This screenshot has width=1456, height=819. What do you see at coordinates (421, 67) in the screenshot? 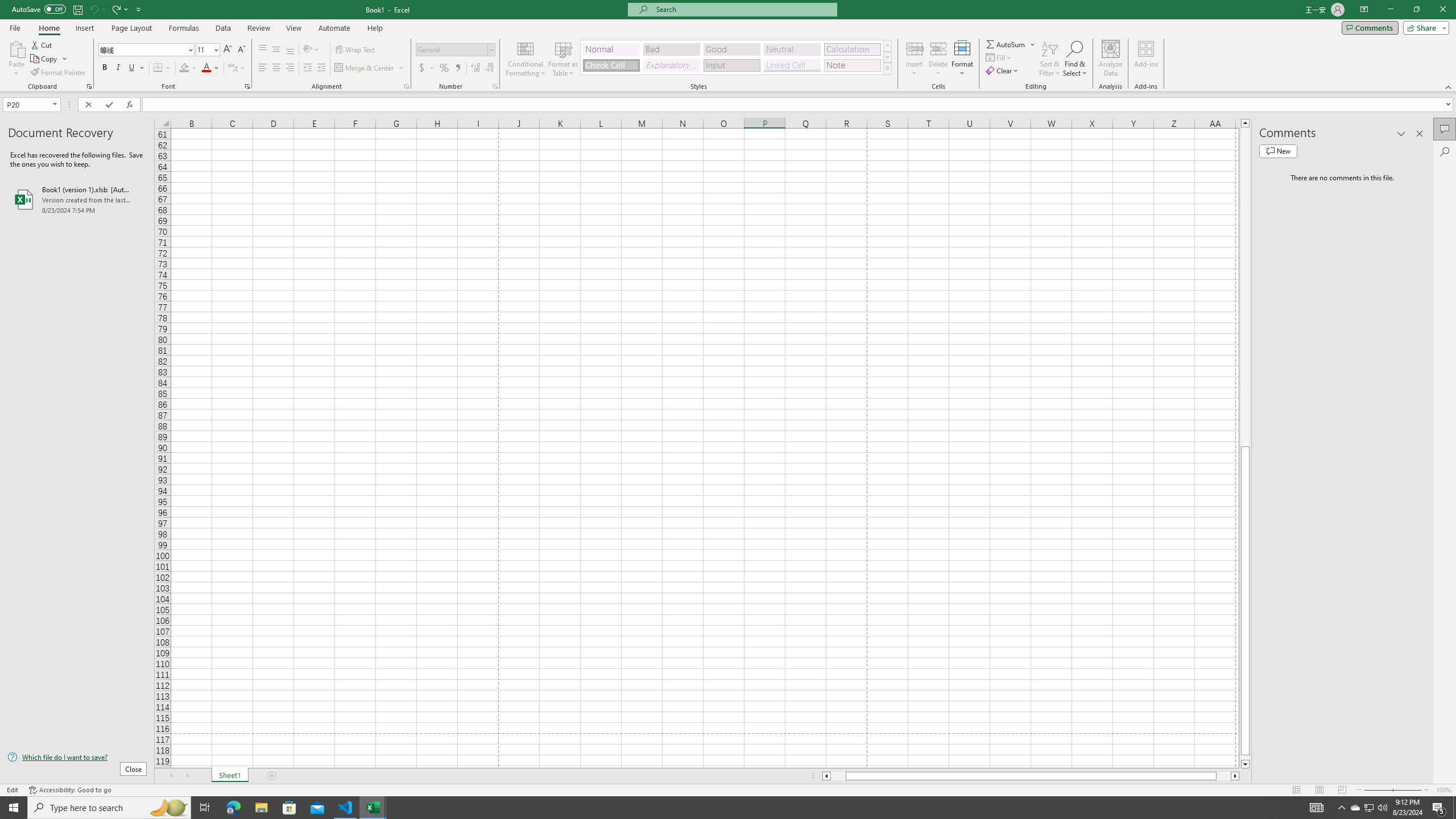
I see `'Accounting Number Format'` at bounding box center [421, 67].